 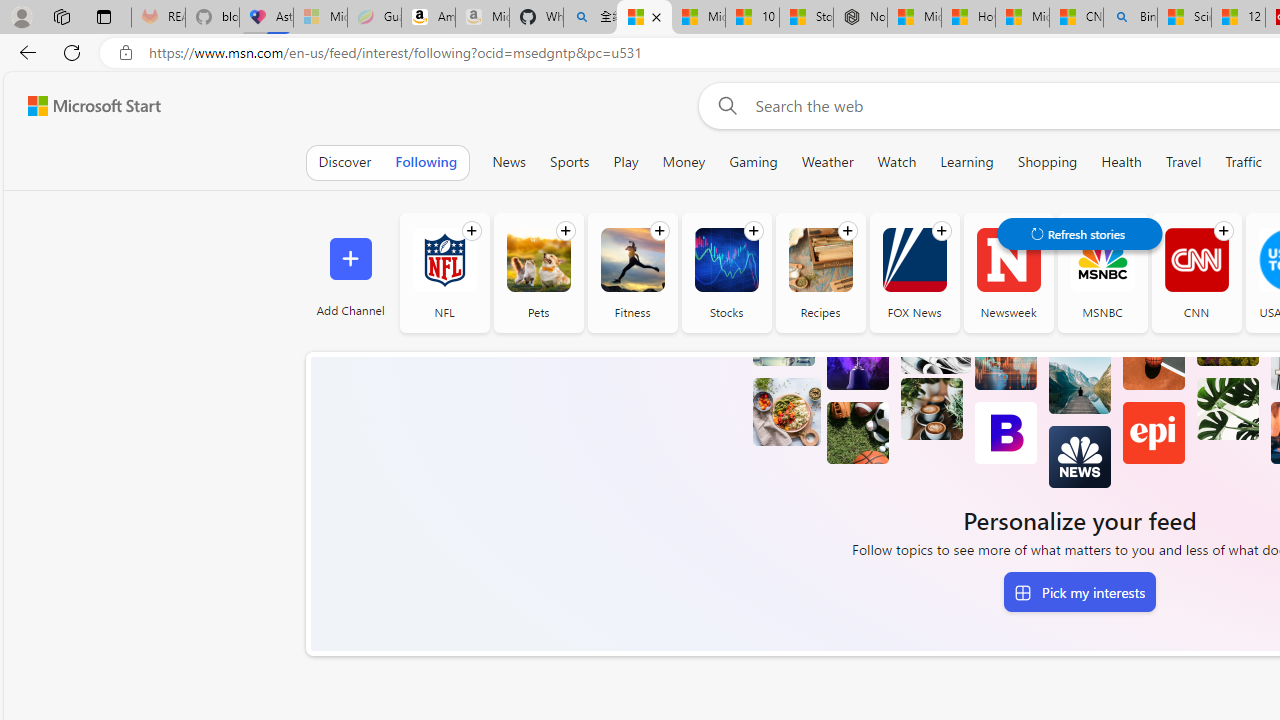 What do you see at coordinates (913, 272) in the screenshot?
I see `'FOX News'` at bounding box center [913, 272].